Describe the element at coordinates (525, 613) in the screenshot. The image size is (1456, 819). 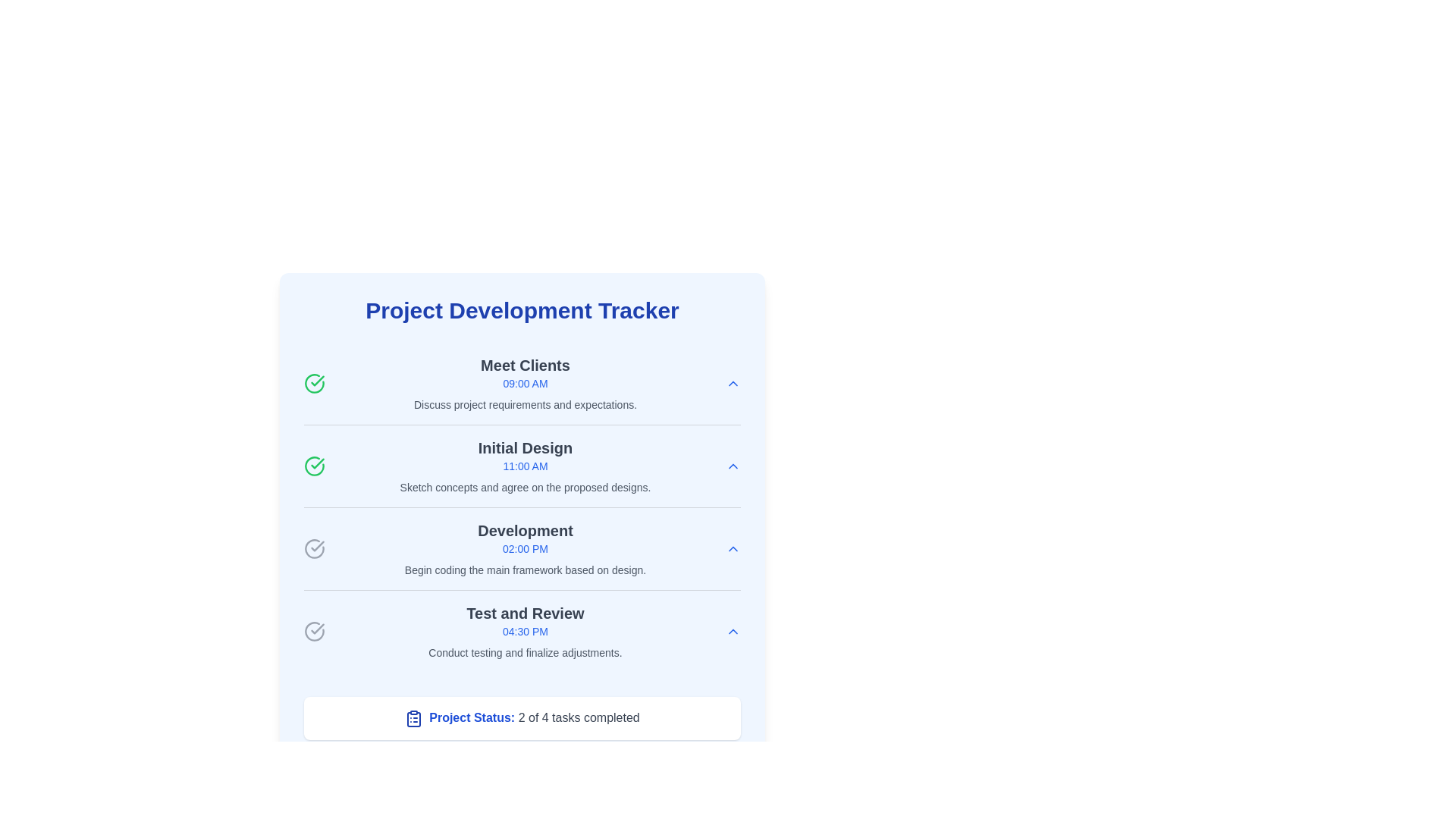
I see `text content of the bold dark gray Text Label located above the time indicator '04:30 PM' in the fourth task entry of the 'Project Development Tracker'` at that location.